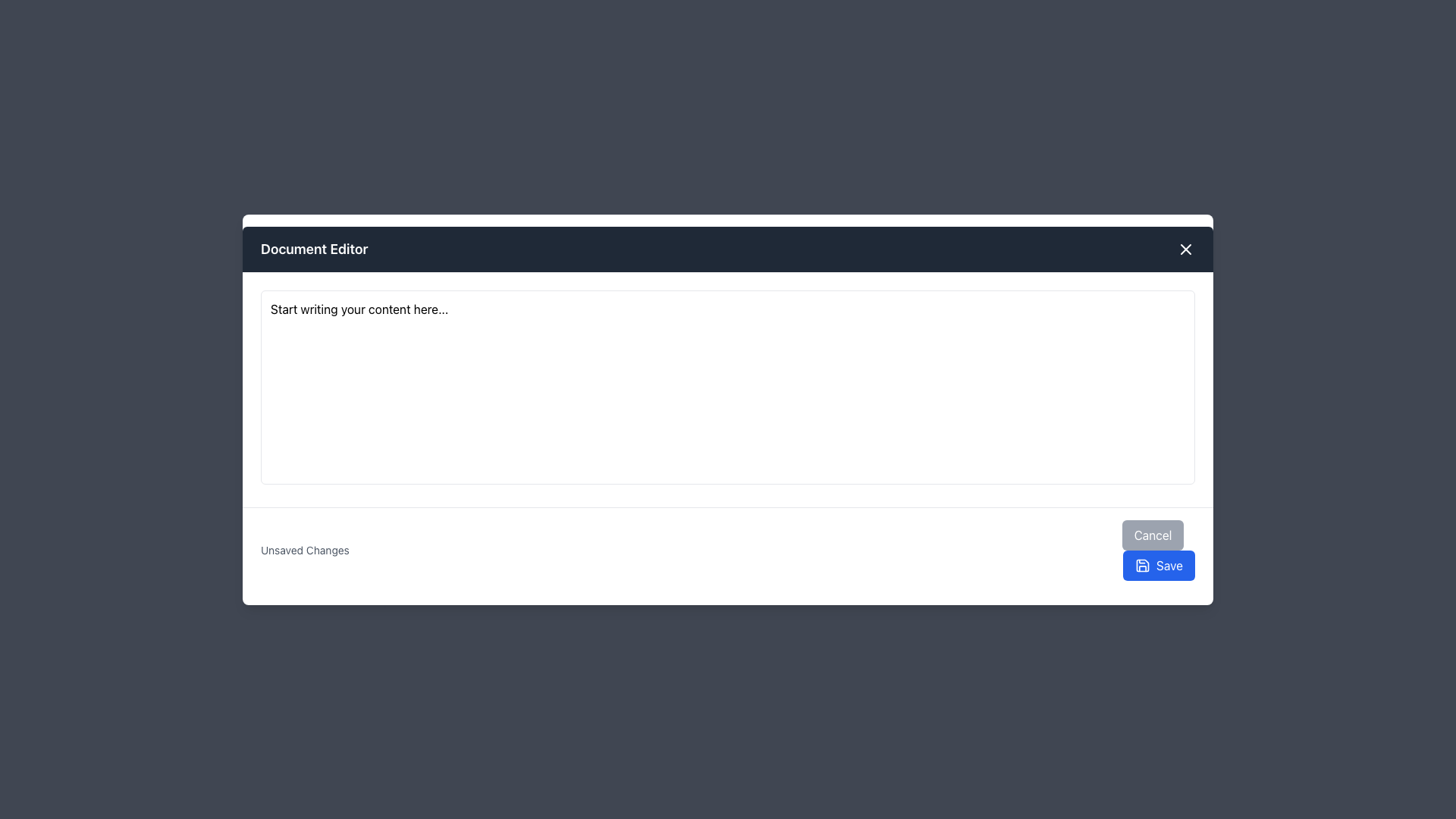 This screenshot has height=819, width=1456. I want to click on the close button located at the top-right corner of the modal window's header, so click(1185, 248).